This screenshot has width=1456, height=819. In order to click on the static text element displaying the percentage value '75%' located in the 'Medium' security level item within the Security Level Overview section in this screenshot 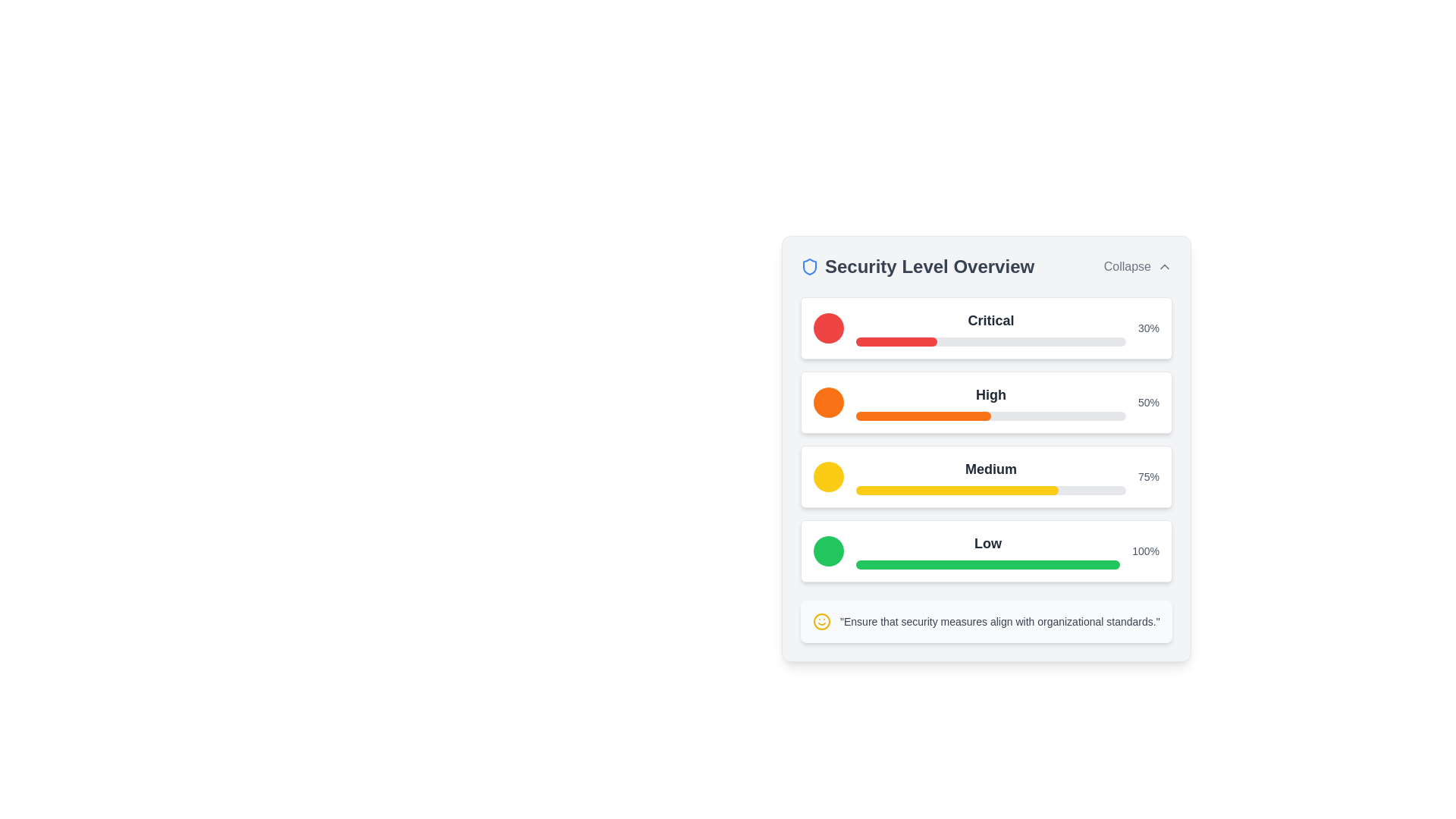, I will do `click(1149, 475)`.